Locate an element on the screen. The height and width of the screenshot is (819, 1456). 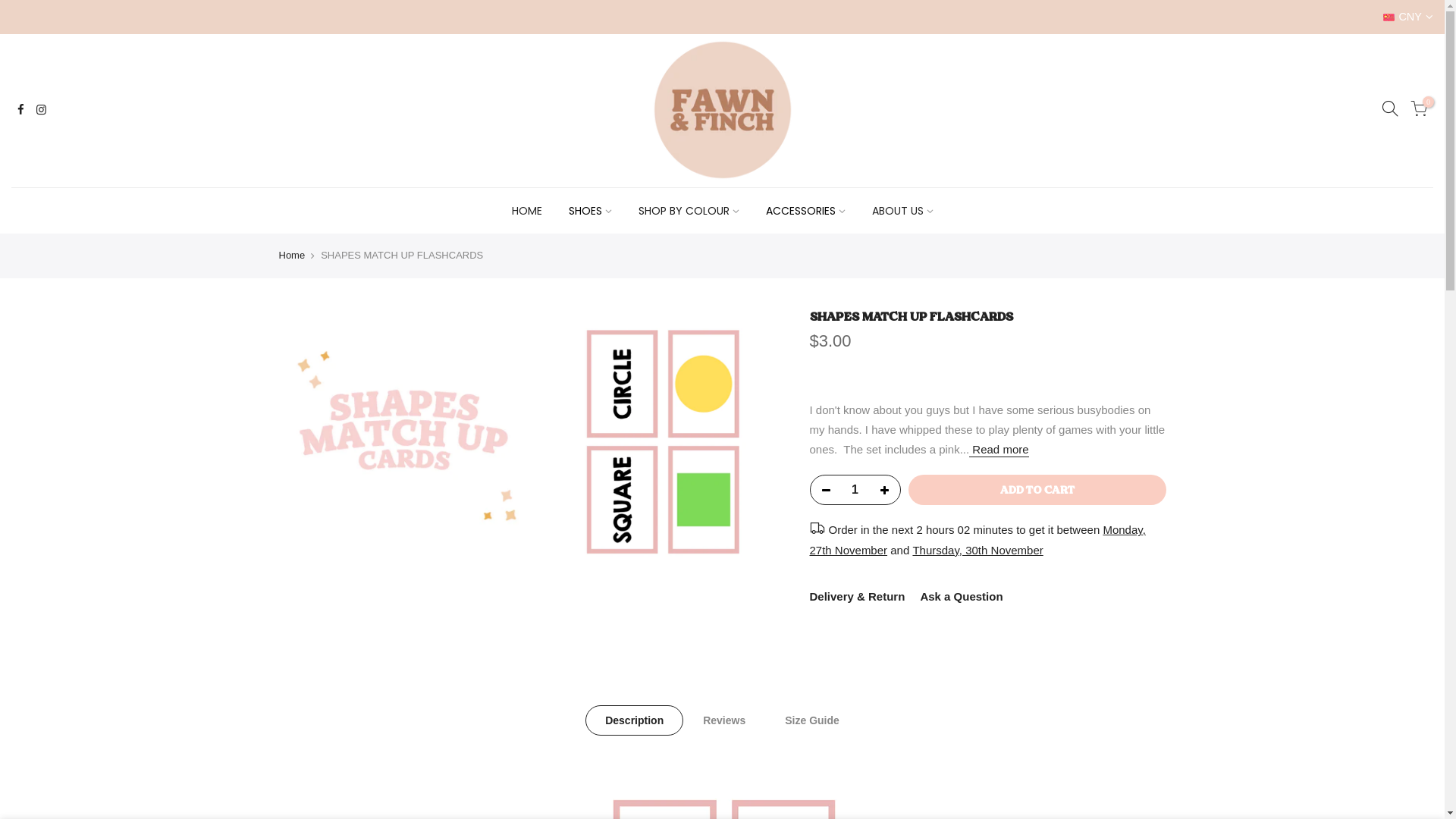
'SHOES' is located at coordinates (588, 210).